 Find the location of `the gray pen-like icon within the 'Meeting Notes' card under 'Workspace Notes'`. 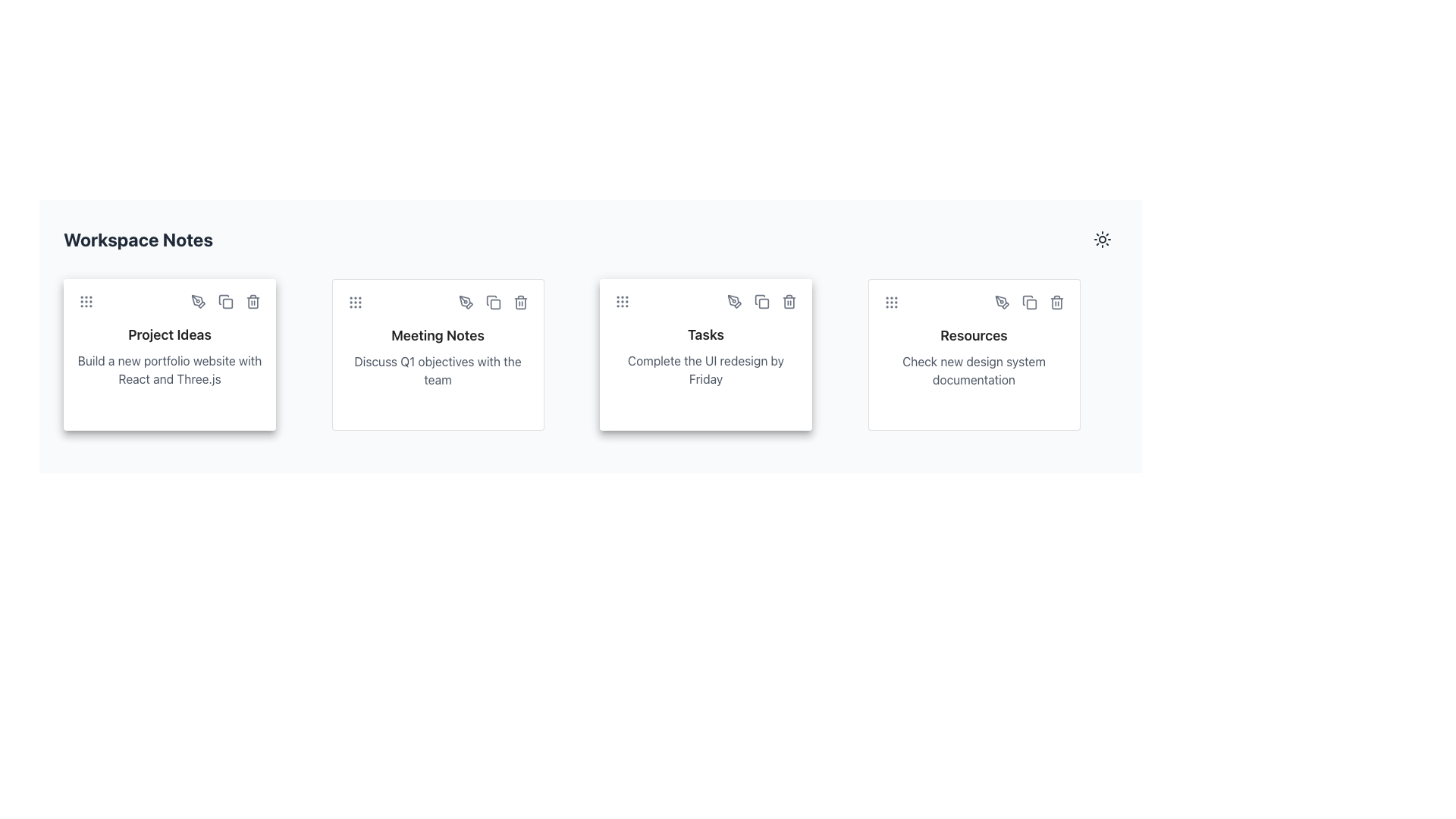

the gray pen-like icon within the 'Meeting Notes' card under 'Workspace Notes' is located at coordinates (465, 302).